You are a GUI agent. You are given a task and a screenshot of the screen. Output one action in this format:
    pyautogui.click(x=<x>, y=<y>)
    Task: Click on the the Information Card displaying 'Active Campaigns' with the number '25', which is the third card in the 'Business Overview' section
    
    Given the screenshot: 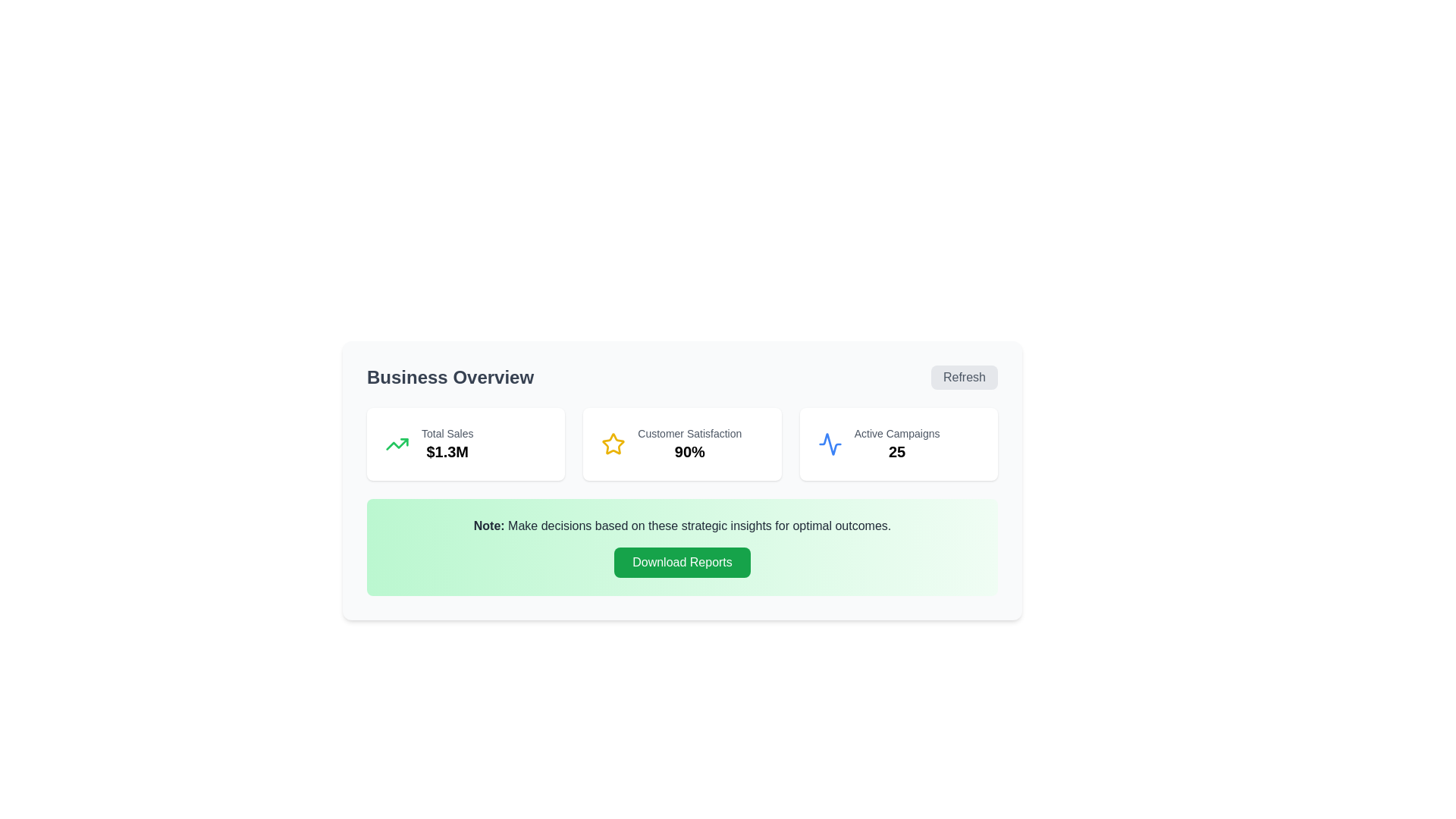 What is the action you would take?
    pyautogui.click(x=899, y=444)
    